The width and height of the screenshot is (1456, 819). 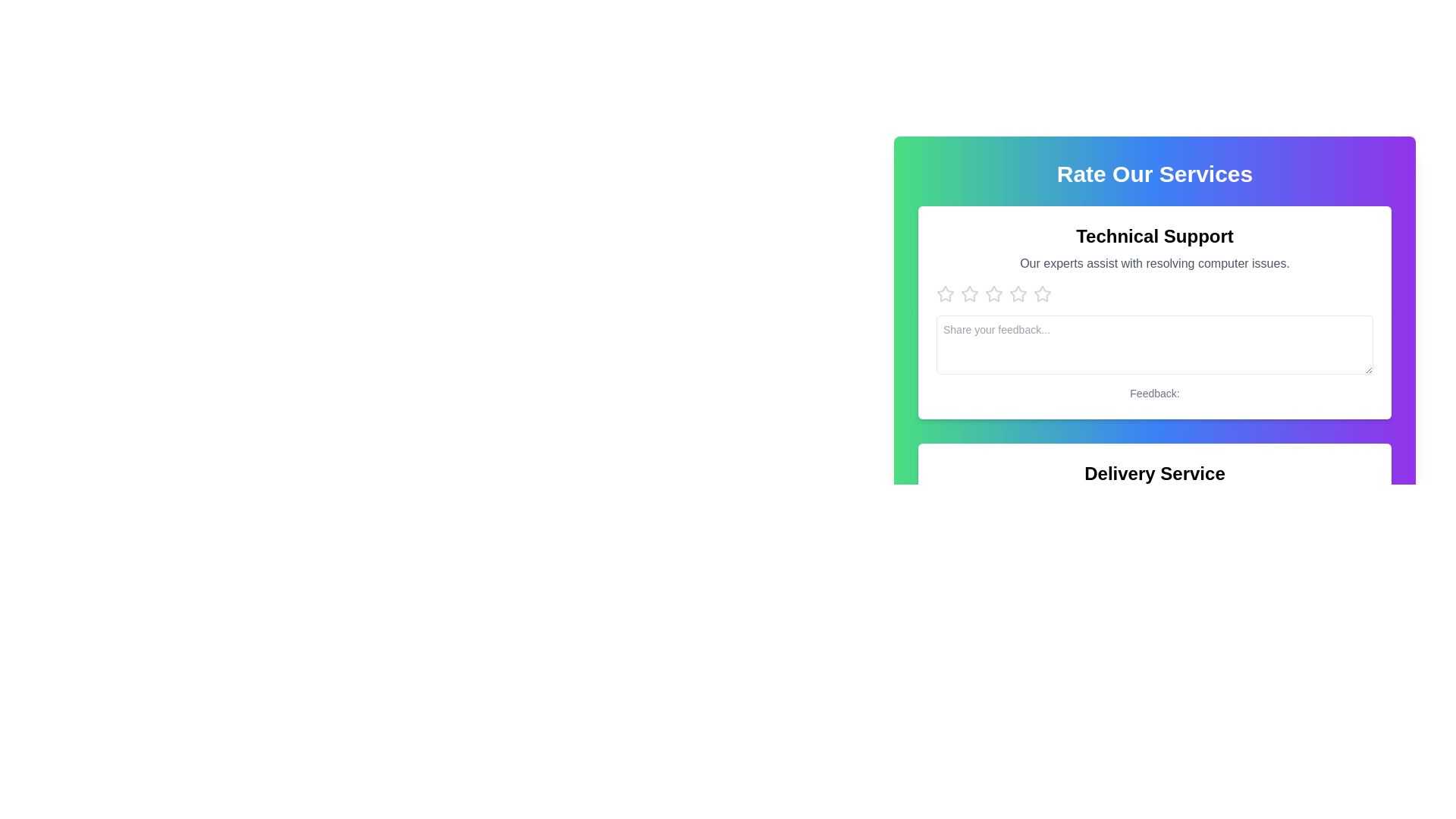 What do you see at coordinates (993, 293) in the screenshot?
I see `the second star icon in the 'Rate Our Services' section` at bounding box center [993, 293].